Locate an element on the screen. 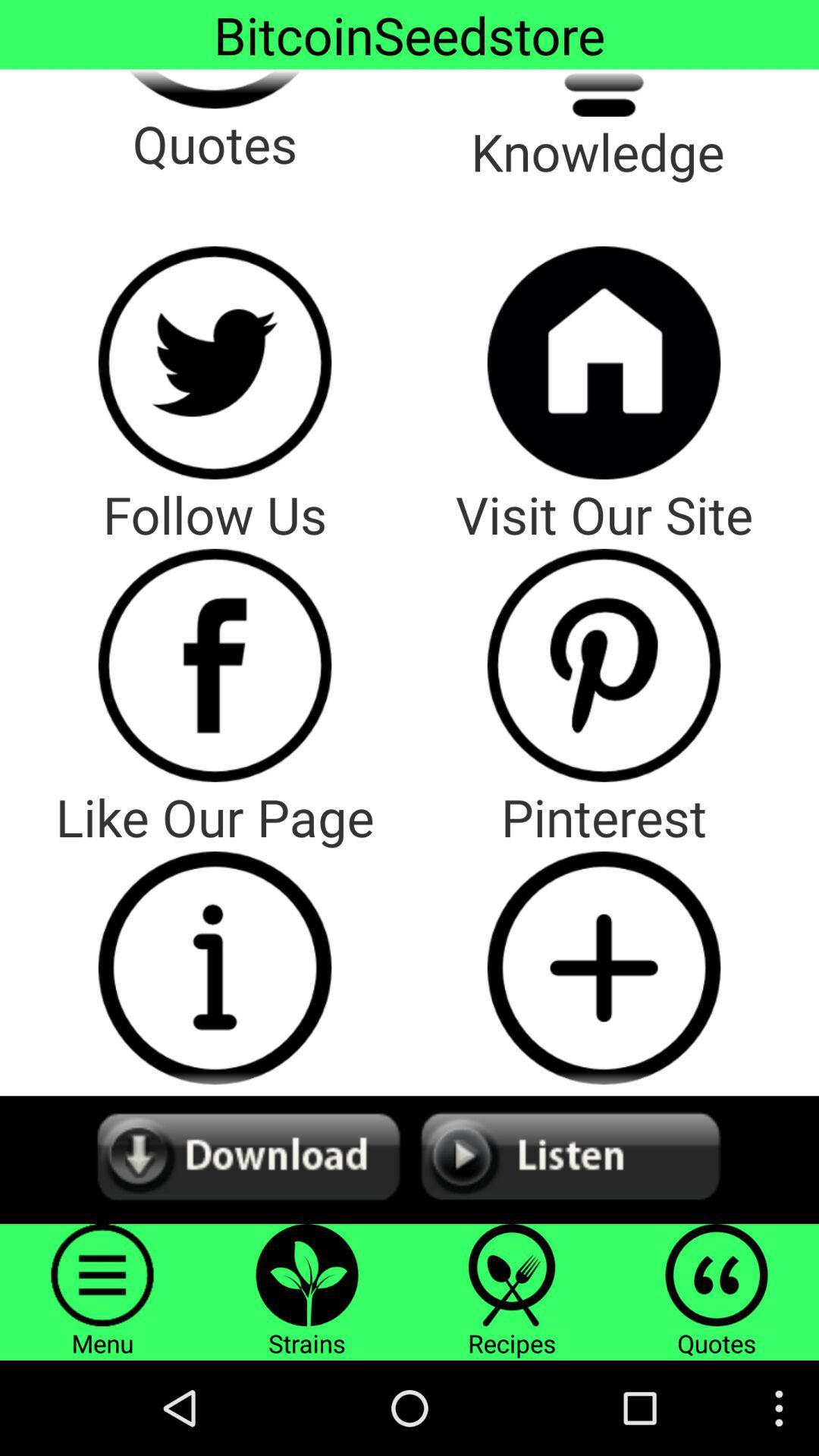  like the page is located at coordinates (215, 967).